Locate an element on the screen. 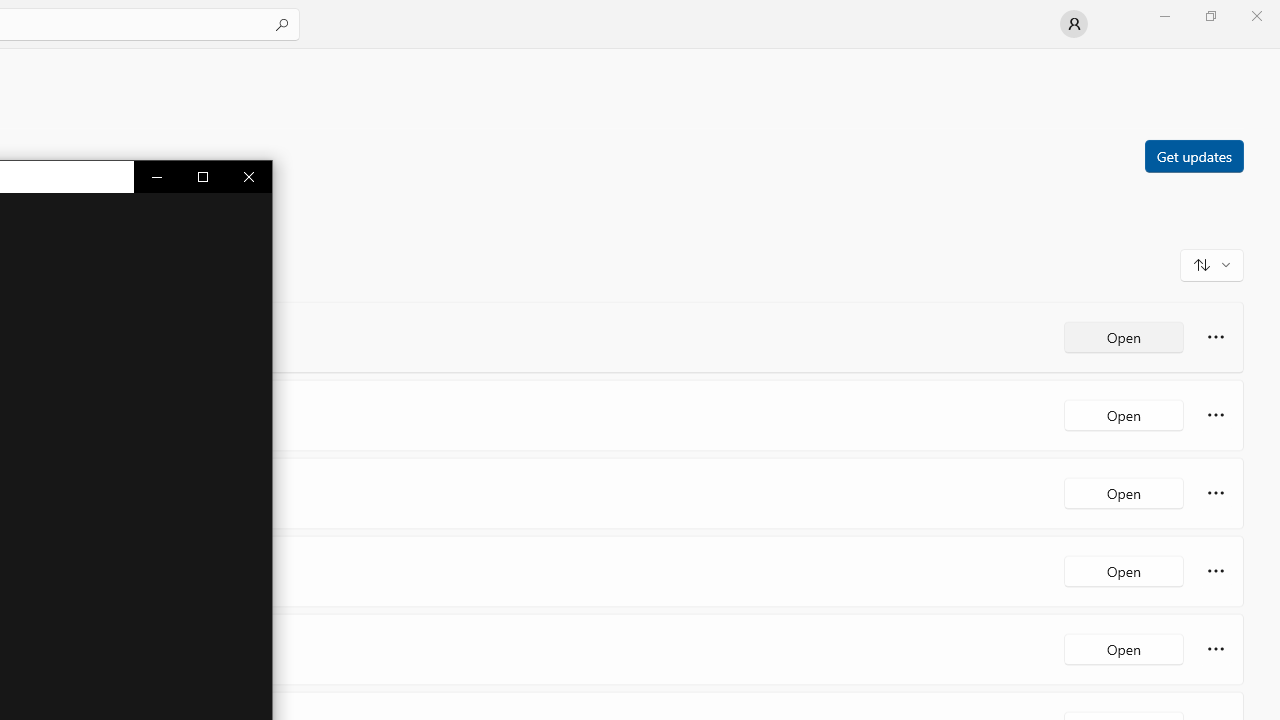 Image resolution: width=1280 pixels, height=720 pixels. 'Close Xbox Console Companion' is located at coordinates (247, 176).